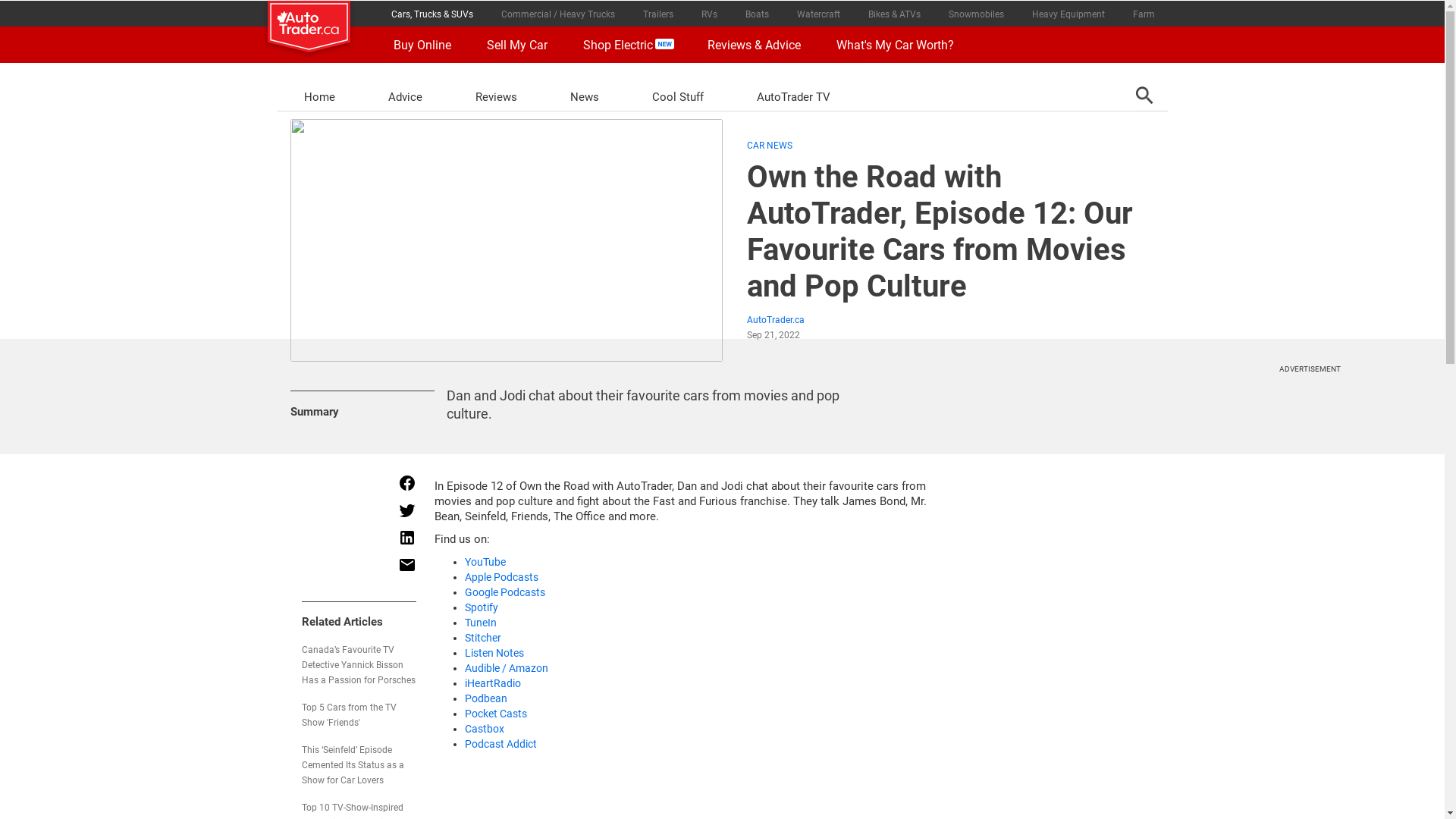  Describe the element at coordinates (792, 96) in the screenshot. I see `'AutoTrader TV'` at that location.